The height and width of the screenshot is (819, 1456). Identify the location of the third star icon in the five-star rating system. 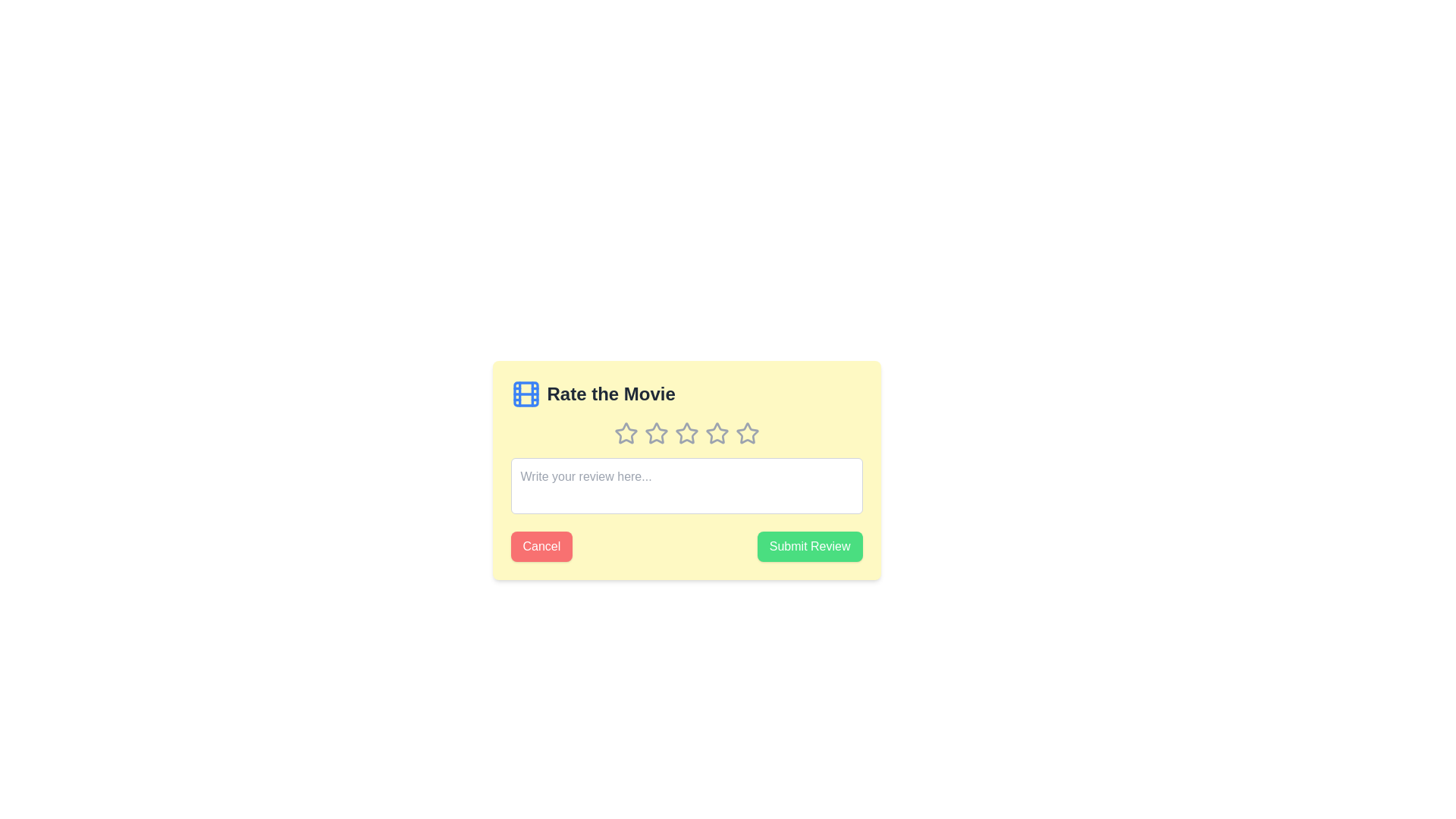
(686, 433).